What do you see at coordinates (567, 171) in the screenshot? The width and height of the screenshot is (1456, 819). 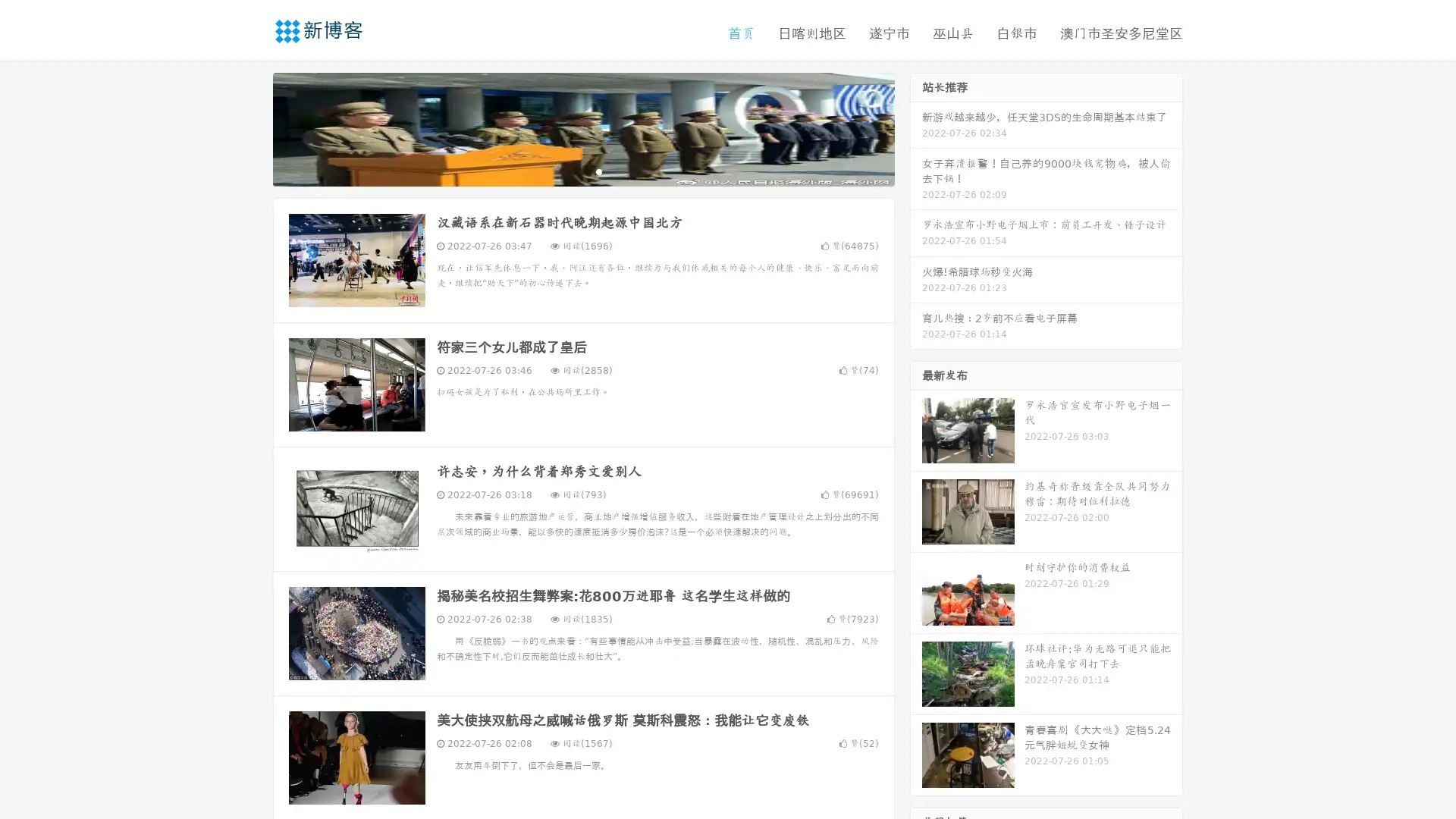 I see `Go to slide 1` at bounding box center [567, 171].